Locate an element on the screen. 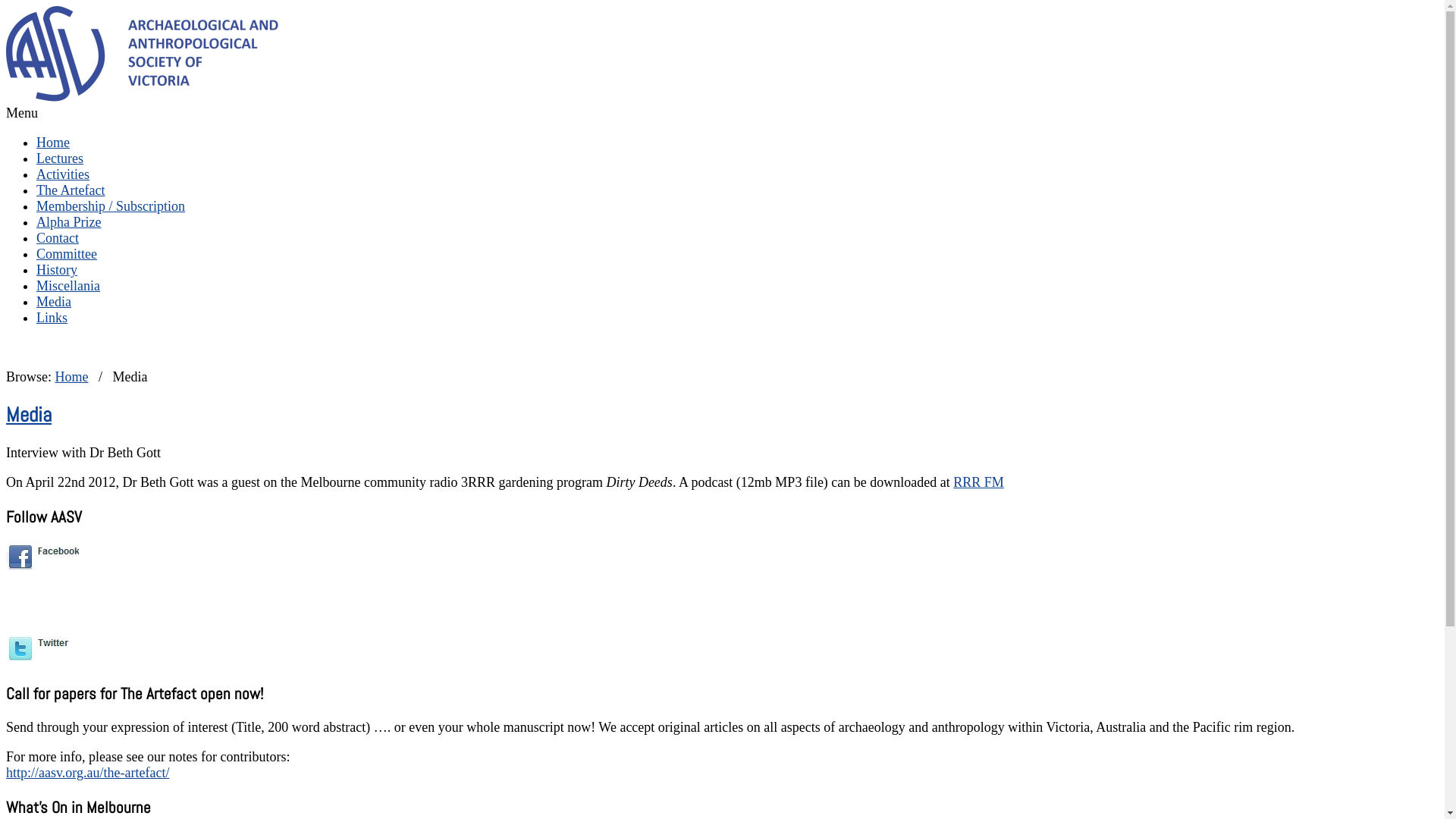 The image size is (1456, 819). 'The Artefact' is located at coordinates (69, 189).